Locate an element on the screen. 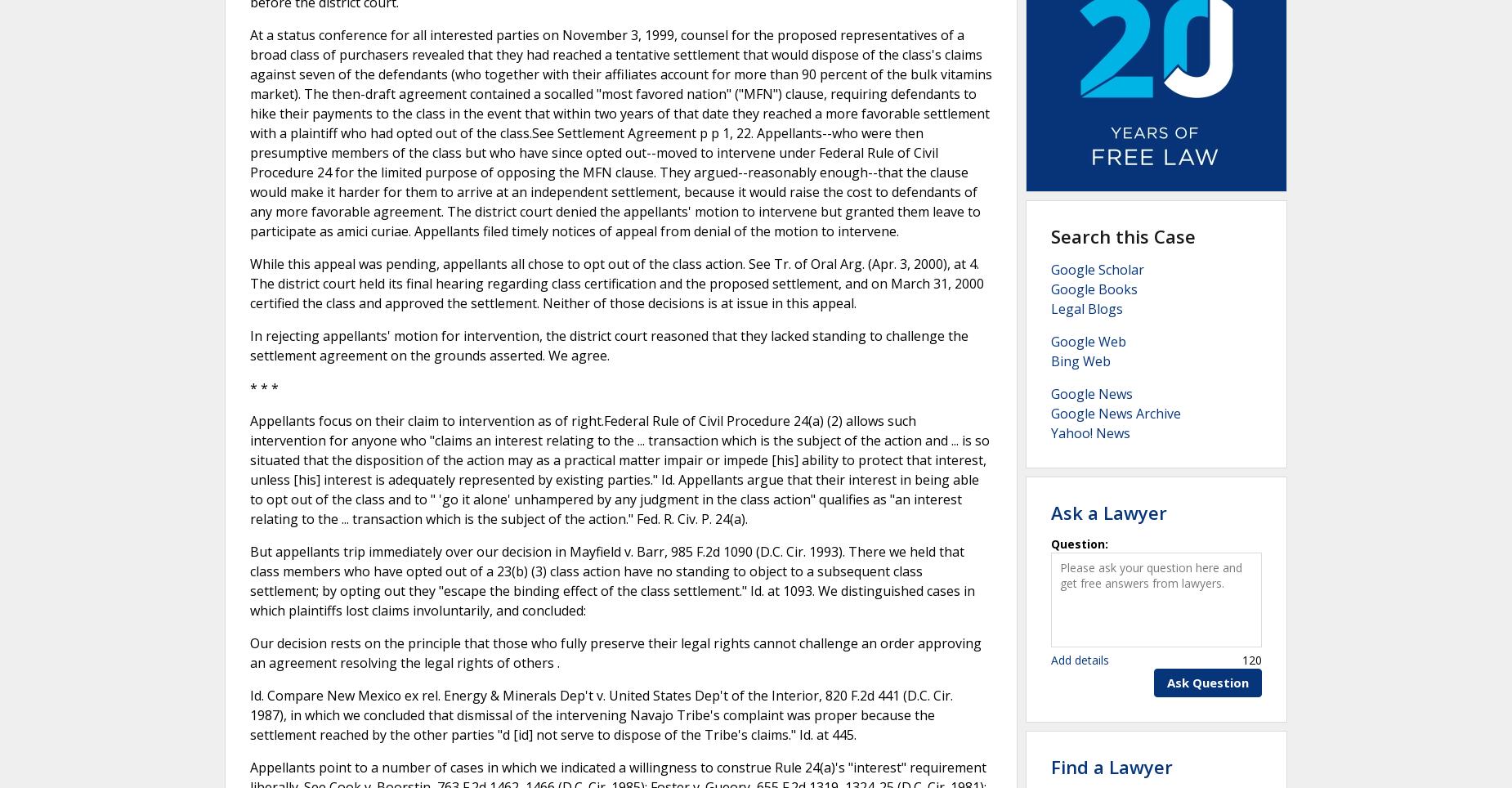  'Google Web' is located at coordinates (1088, 340).